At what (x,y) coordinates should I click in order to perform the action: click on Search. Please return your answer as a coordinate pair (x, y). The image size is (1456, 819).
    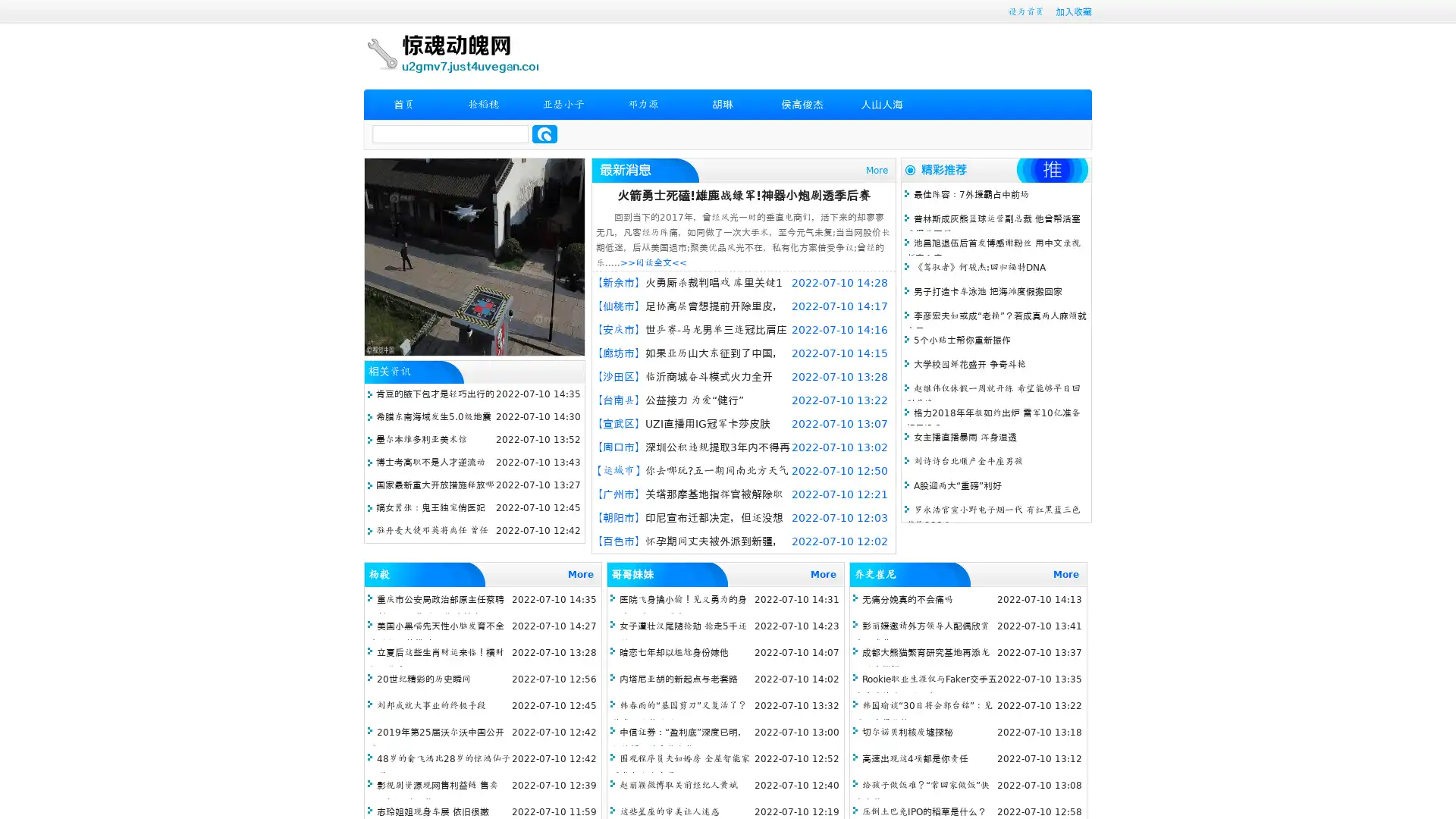
    Looking at the image, I should click on (544, 133).